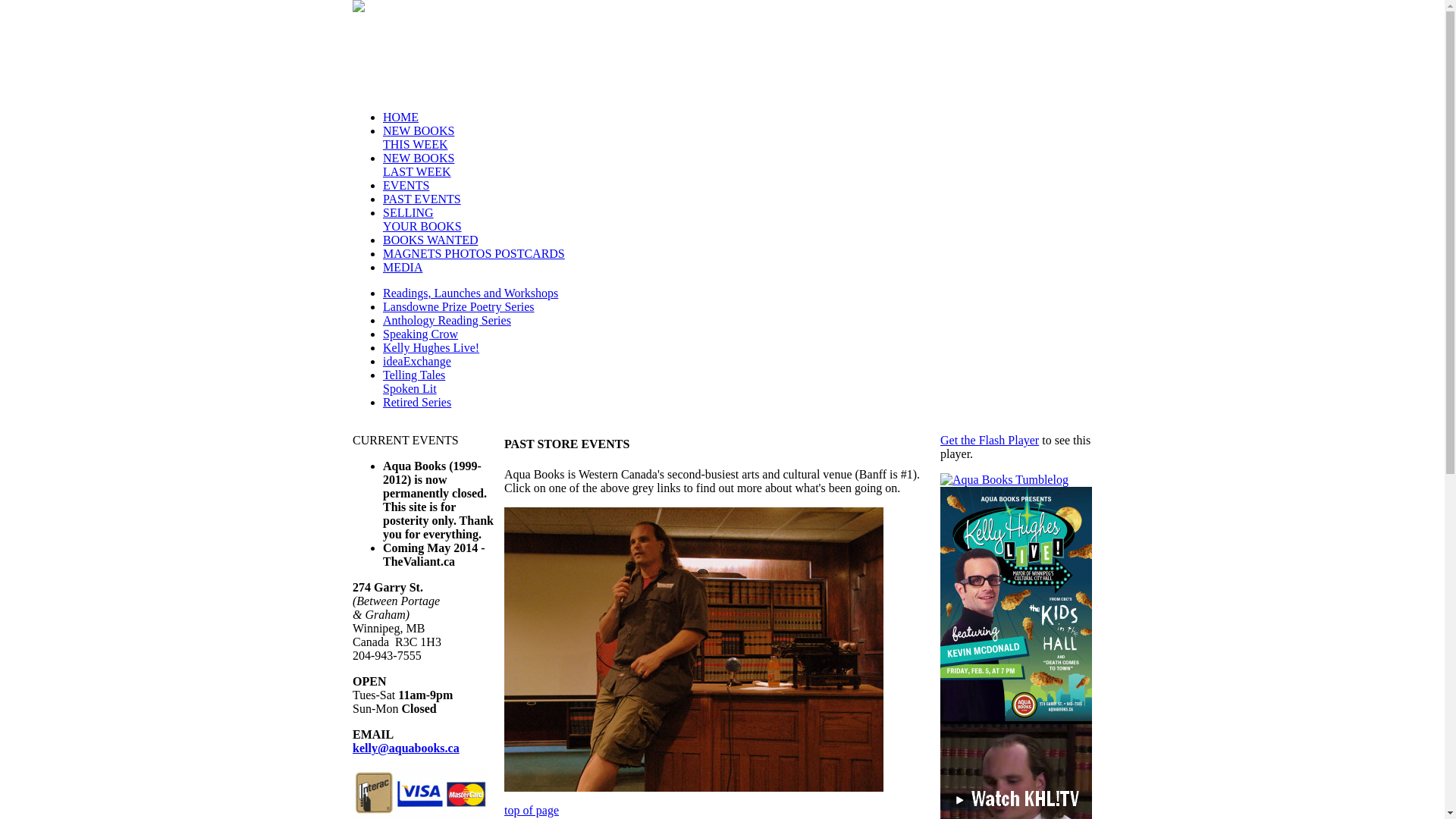 Image resolution: width=1456 pixels, height=819 pixels. I want to click on 'kelly@aquabooks.ca', so click(406, 747).